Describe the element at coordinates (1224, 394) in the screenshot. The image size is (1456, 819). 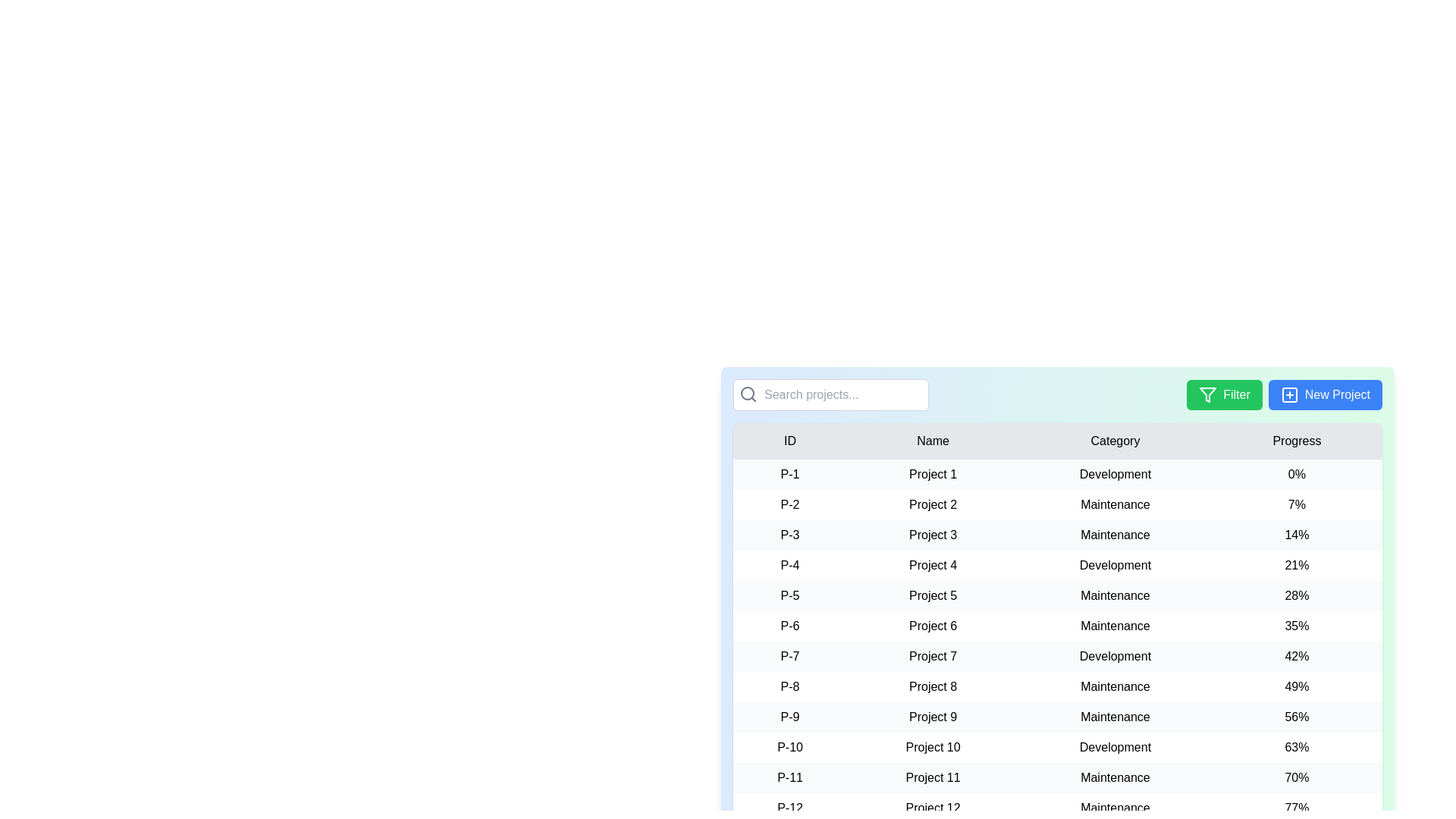
I see `the 'Filter' button to apply a filter` at that location.